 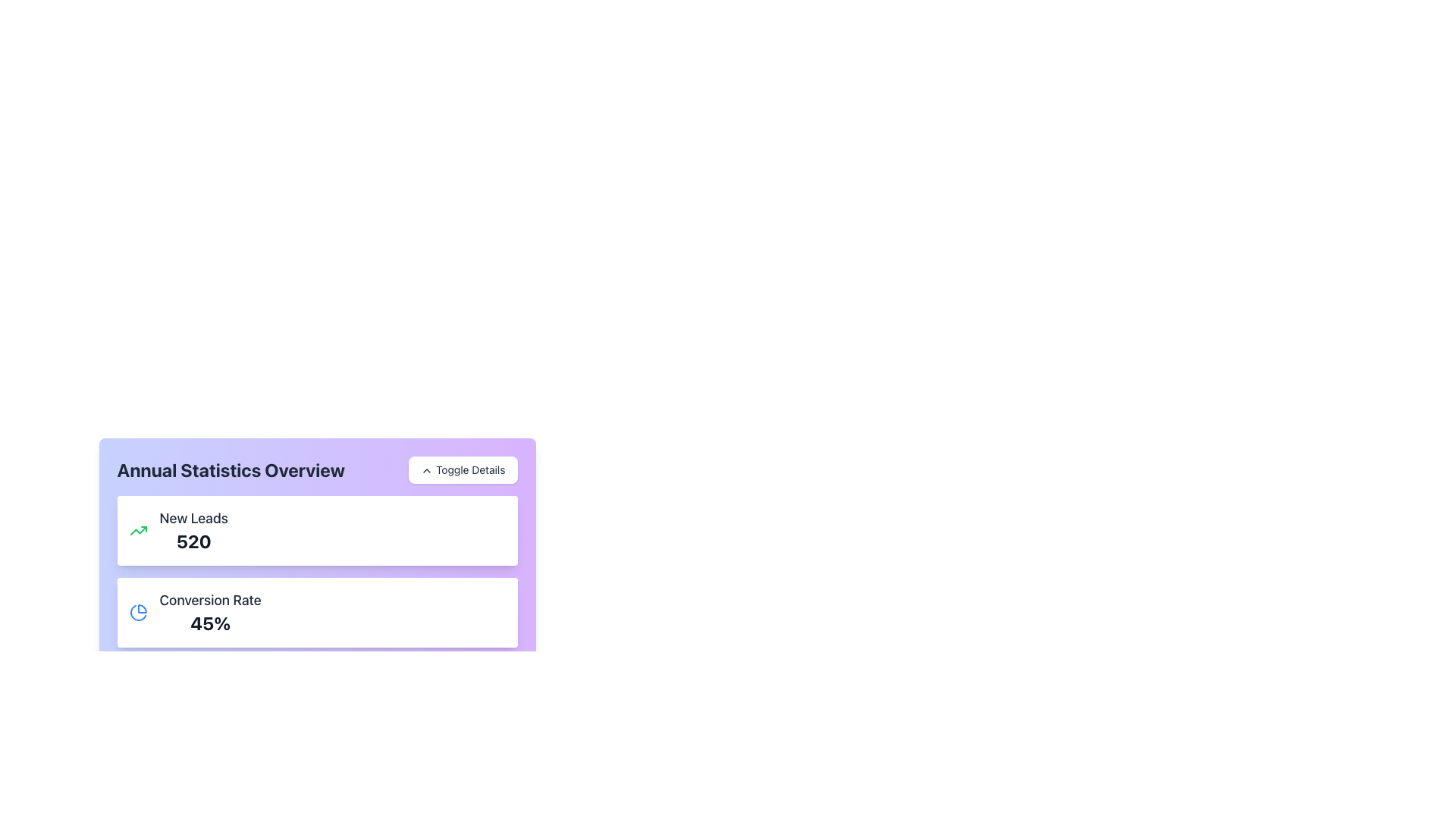 What do you see at coordinates (193, 540) in the screenshot?
I see `the bold, large-sized number '520' displayed in dark gray font on a white background, located within the 'New Leads' card under 'Annual Statistics Overview'` at bounding box center [193, 540].